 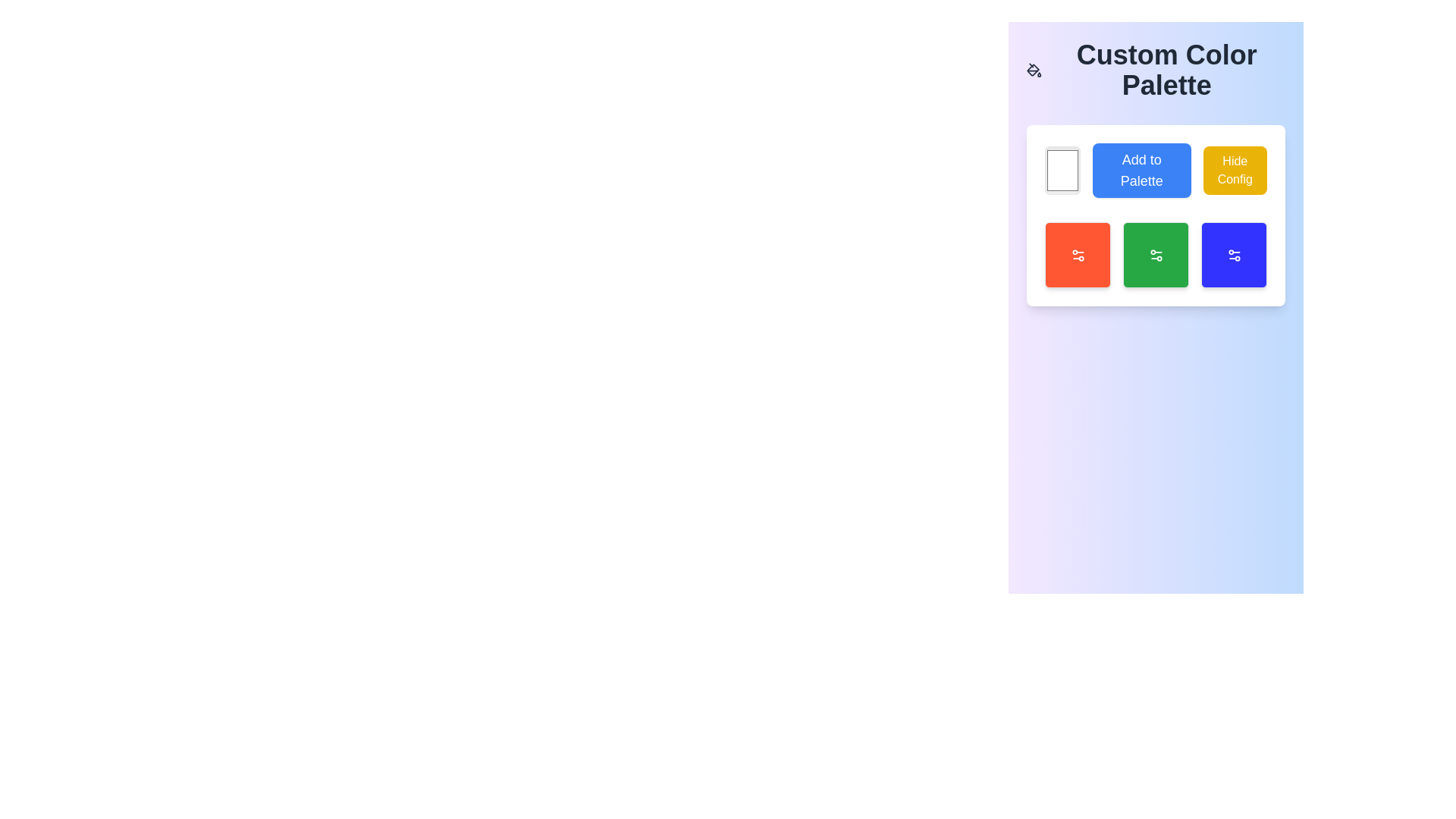 What do you see at coordinates (1034, 70) in the screenshot?
I see `the SVG graphic icon located in the header section of the 'Custom Color Palette' panel, positioned on the left side adjacent to the title text` at bounding box center [1034, 70].